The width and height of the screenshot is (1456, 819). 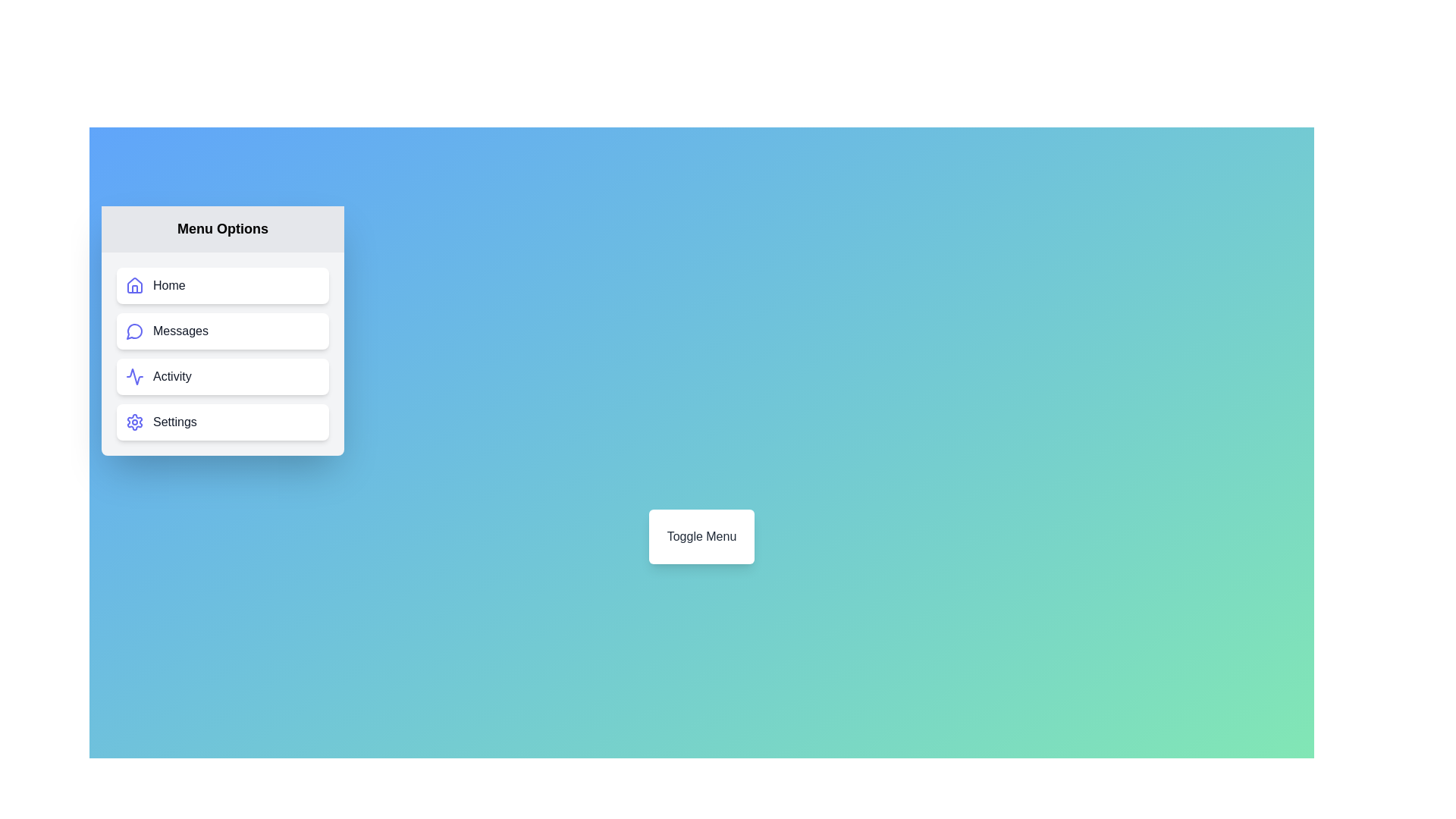 What do you see at coordinates (221, 376) in the screenshot?
I see `the Activity menu item` at bounding box center [221, 376].